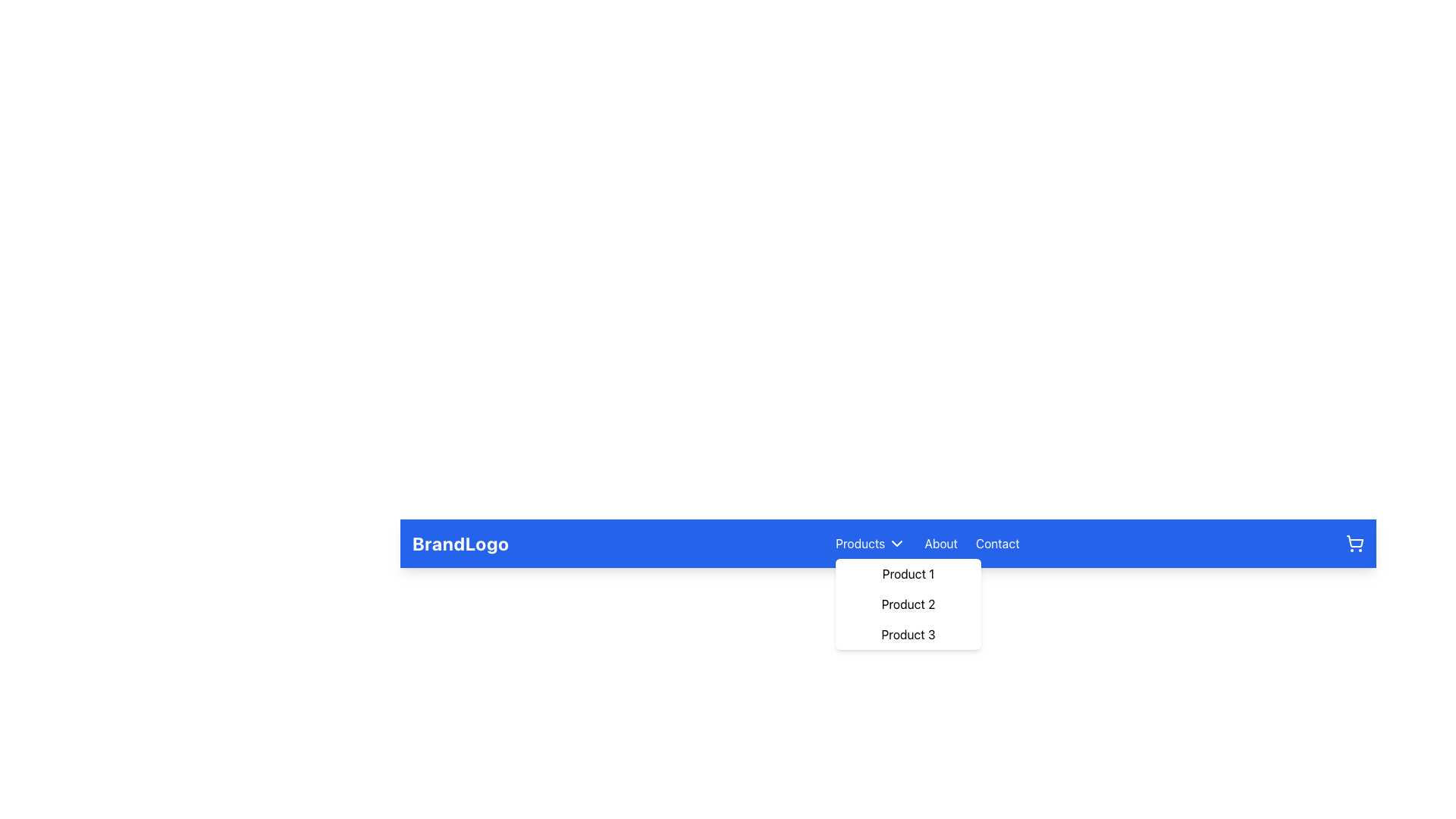 The height and width of the screenshot is (819, 1456). Describe the element at coordinates (460, 543) in the screenshot. I see `the 'BrandLogo' static text located on the blue navigation bar` at that location.